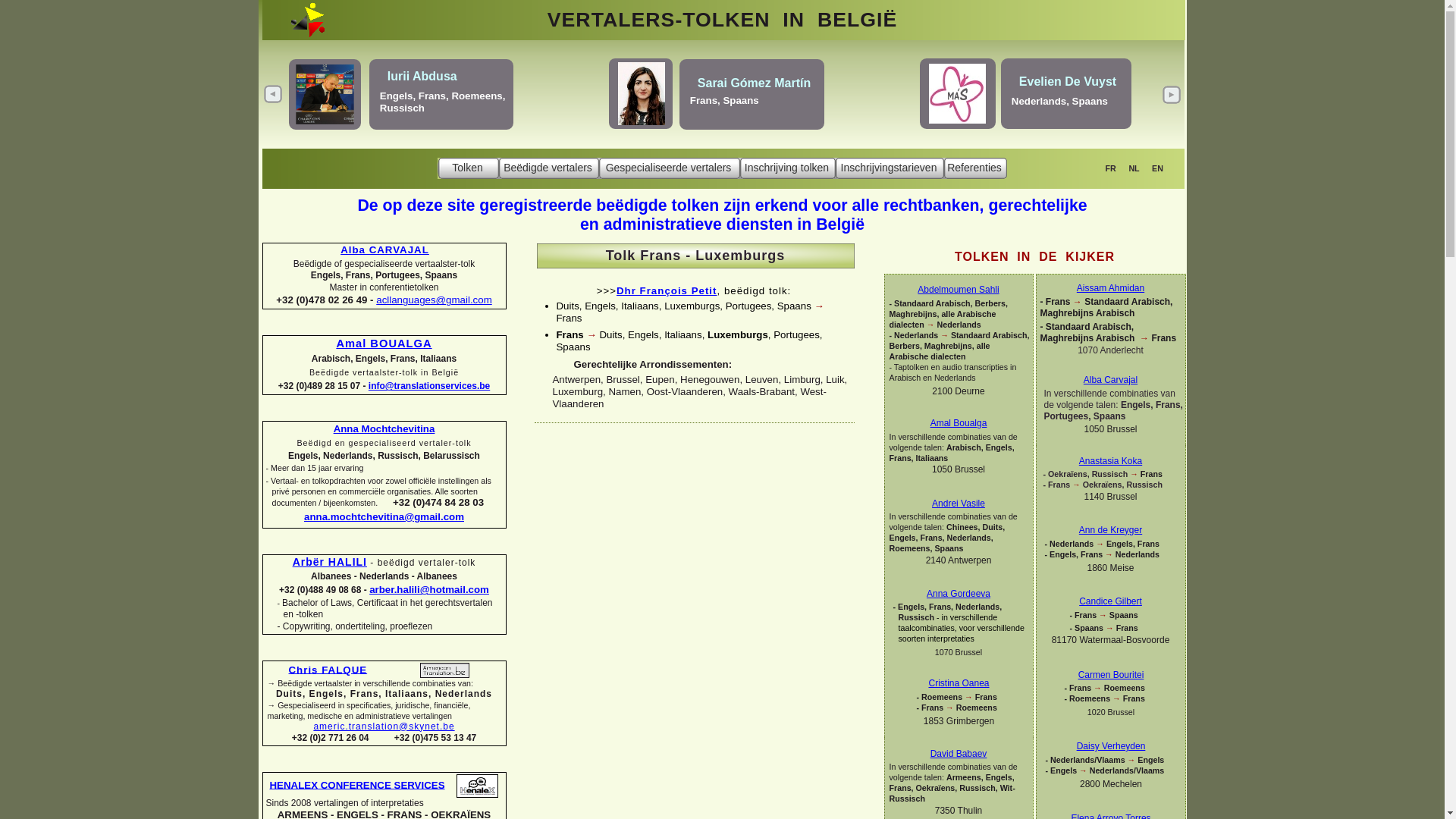  What do you see at coordinates (957, 683) in the screenshot?
I see `'Cristina Oanea'` at bounding box center [957, 683].